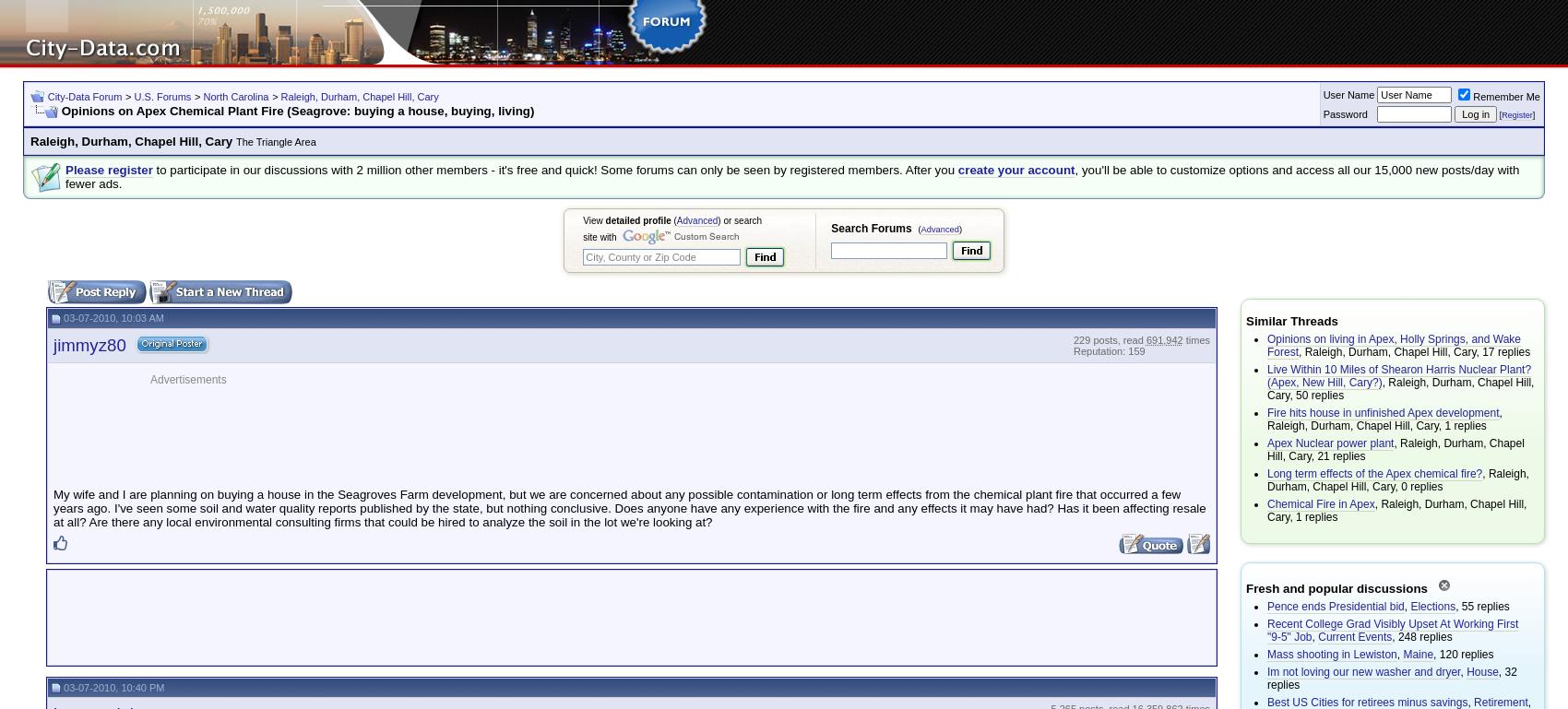  Describe the element at coordinates (84, 96) in the screenshot. I see `'City-Data Forum'` at that location.